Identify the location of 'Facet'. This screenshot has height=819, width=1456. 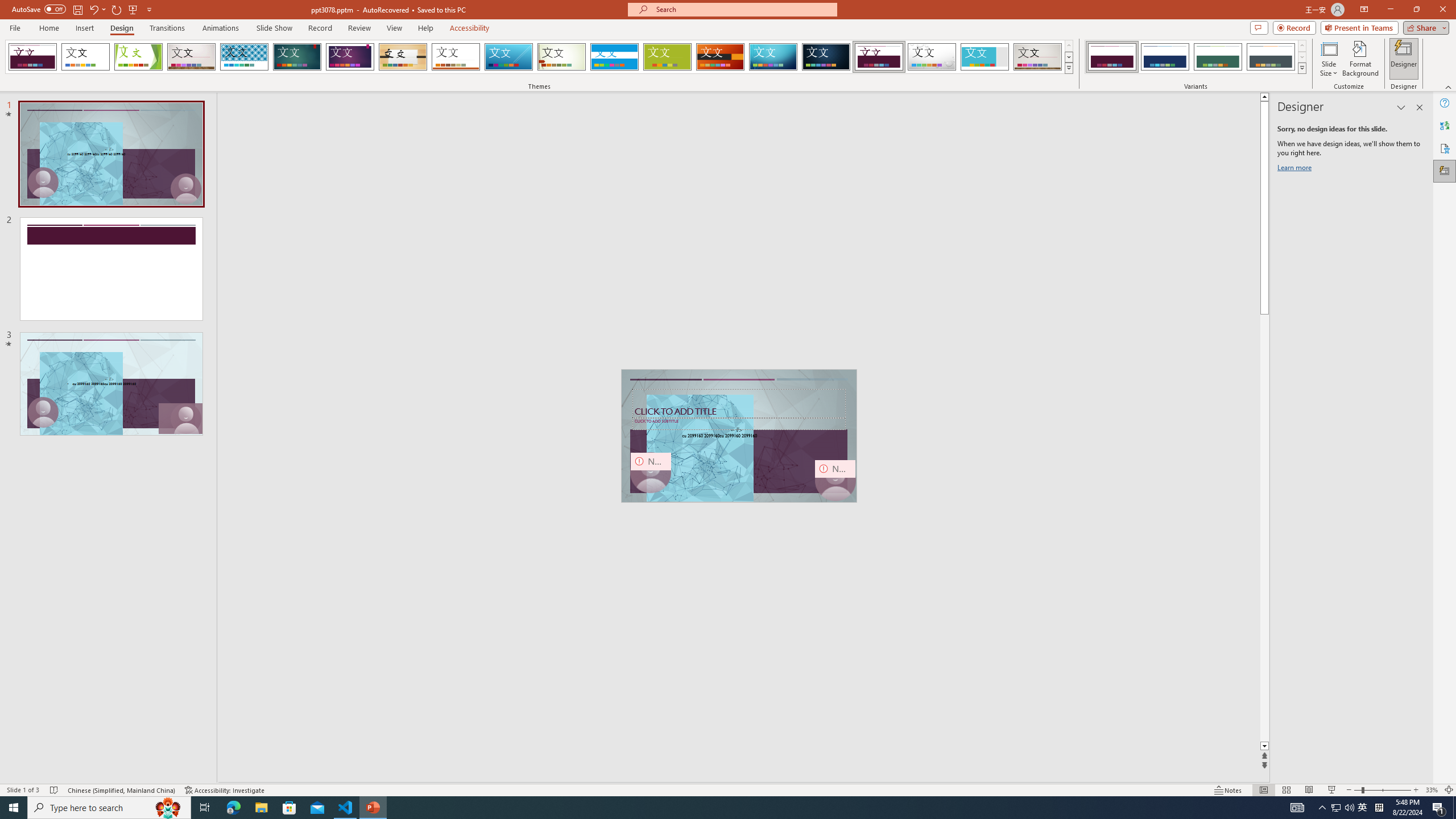
(138, 56).